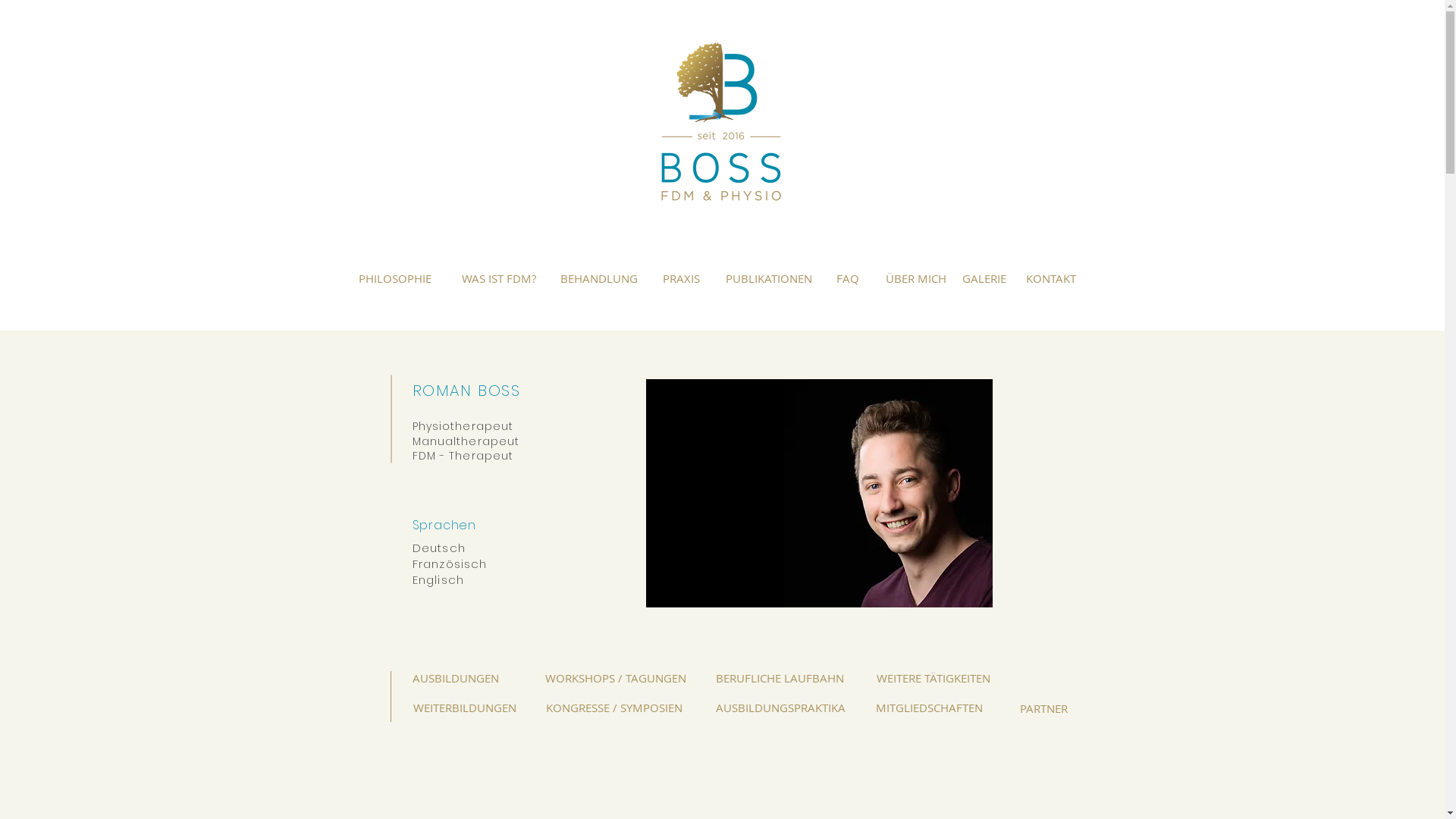  What do you see at coordinates (1050, 278) in the screenshot?
I see `'KONTAKT'` at bounding box center [1050, 278].